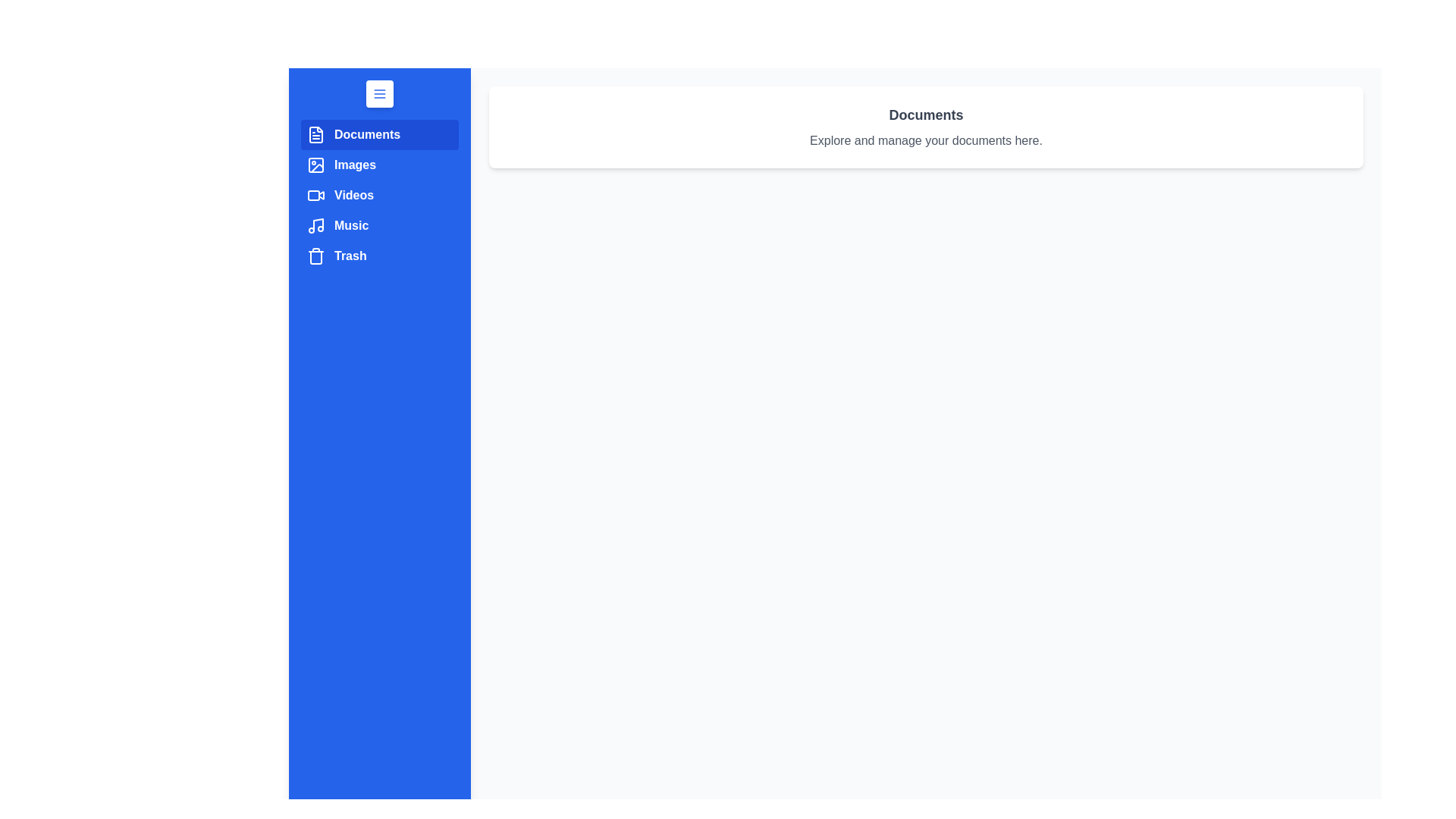 The width and height of the screenshot is (1456, 819). What do you see at coordinates (379, 195) in the screenshot?
I see `the category Videos from the sidebar` at bounding box center [379, 195].